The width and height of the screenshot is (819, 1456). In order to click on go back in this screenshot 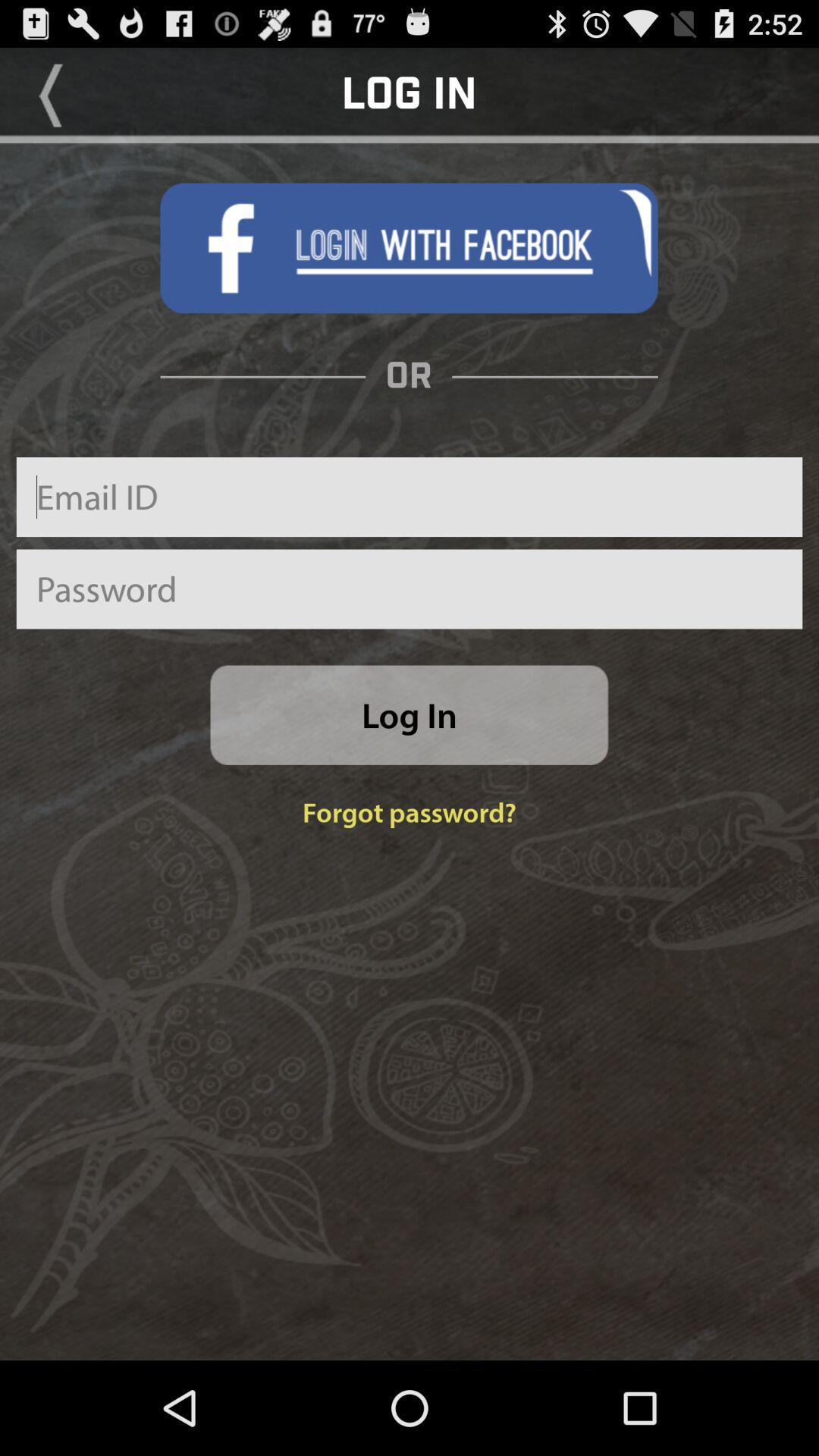, I will do `click(50, 94)`.